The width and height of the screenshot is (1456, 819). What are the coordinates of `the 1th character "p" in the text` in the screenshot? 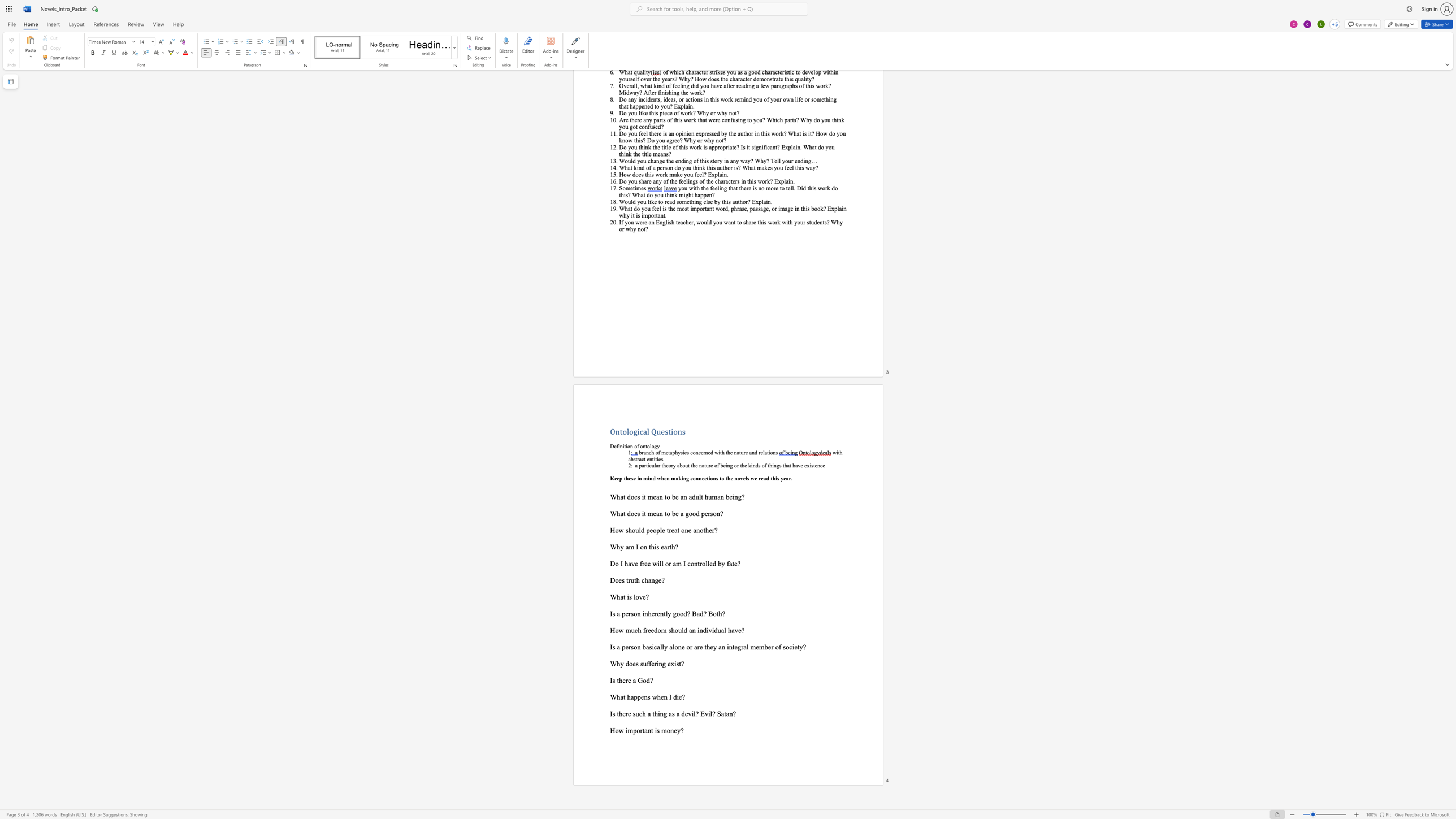 It's located at (635, 696).